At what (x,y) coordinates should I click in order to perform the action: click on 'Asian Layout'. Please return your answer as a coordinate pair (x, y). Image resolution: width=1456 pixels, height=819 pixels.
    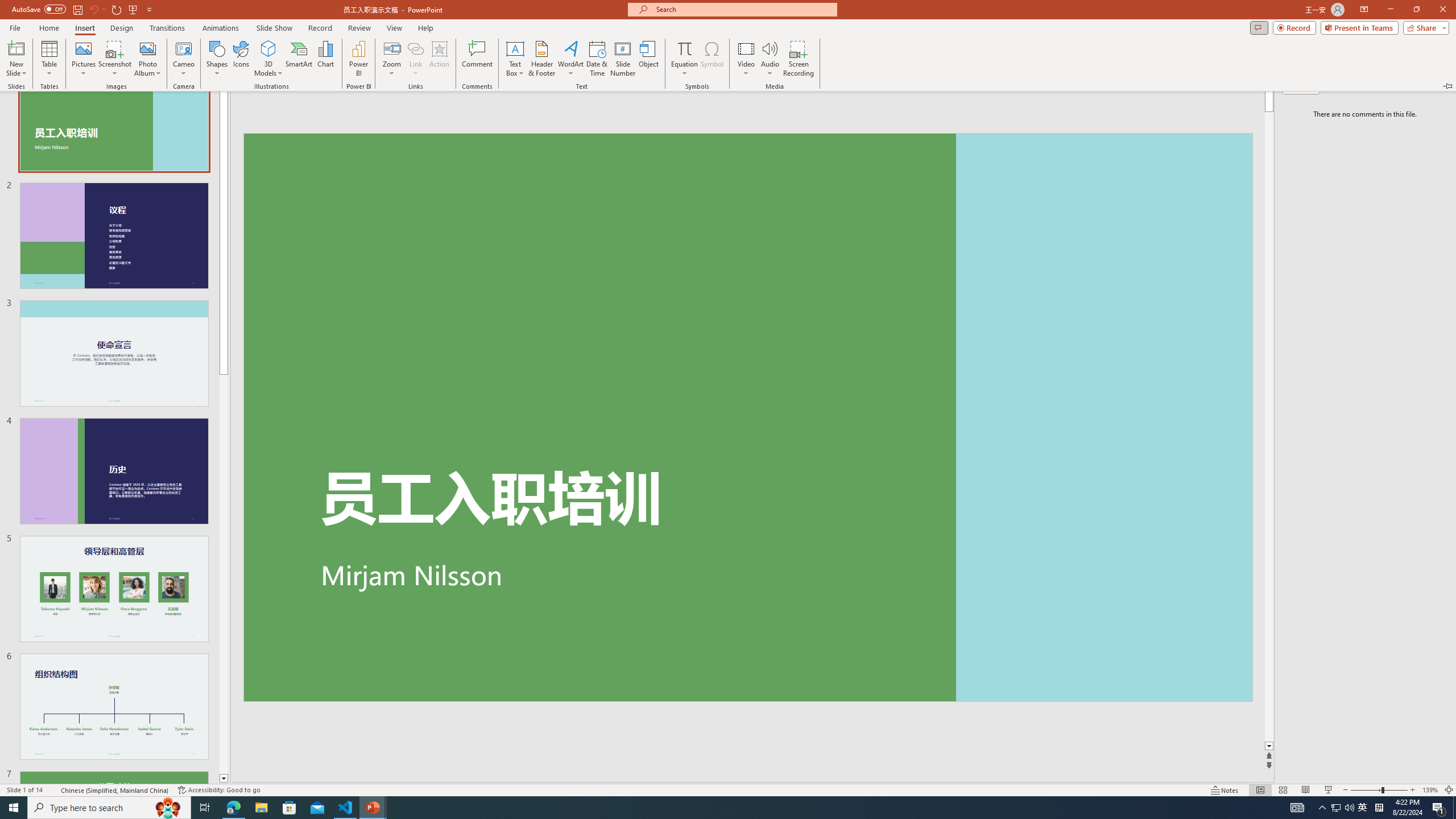
    Looking at the image, I should click on (568, 78).